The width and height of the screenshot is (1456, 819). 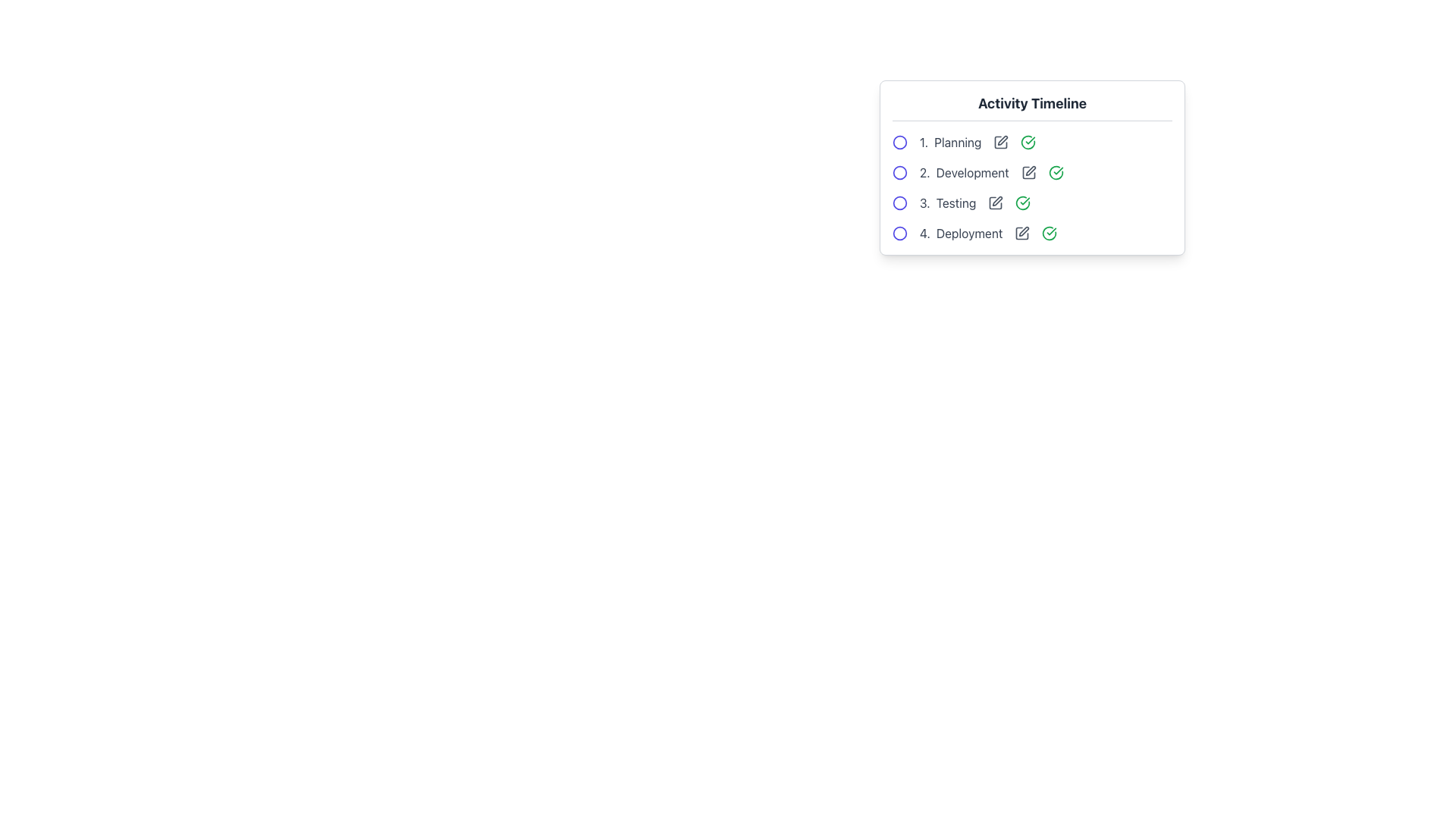 I want to click on the pen icon for editing in the 'Planning' row of the 'Activity Timeline' interface, so click(x=1024, y=231).